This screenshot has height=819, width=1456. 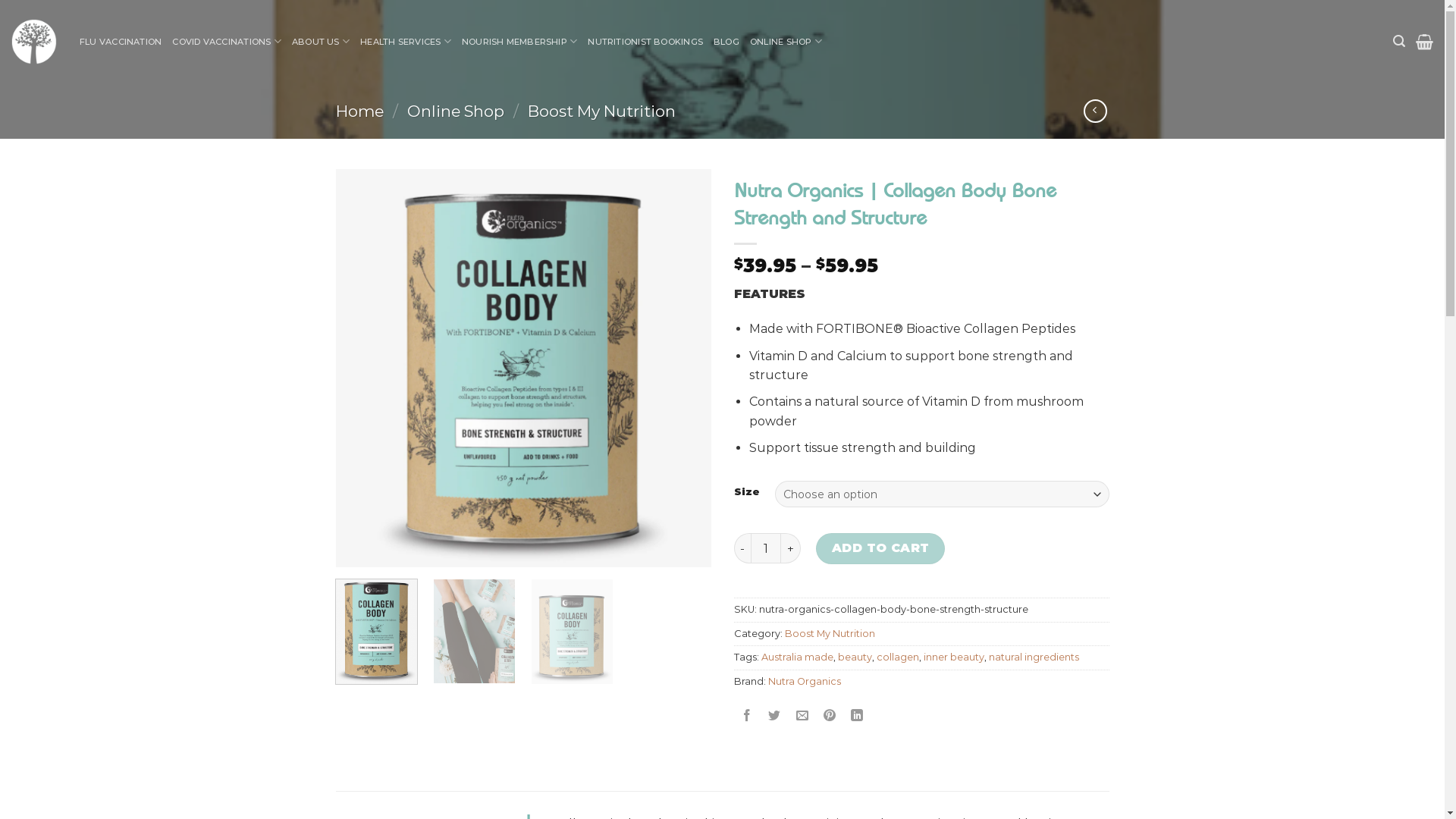 What do you see at coordinates (1423, 40) in the screenshot?
I see `'Cart'` at bounding box center [1423, 40].